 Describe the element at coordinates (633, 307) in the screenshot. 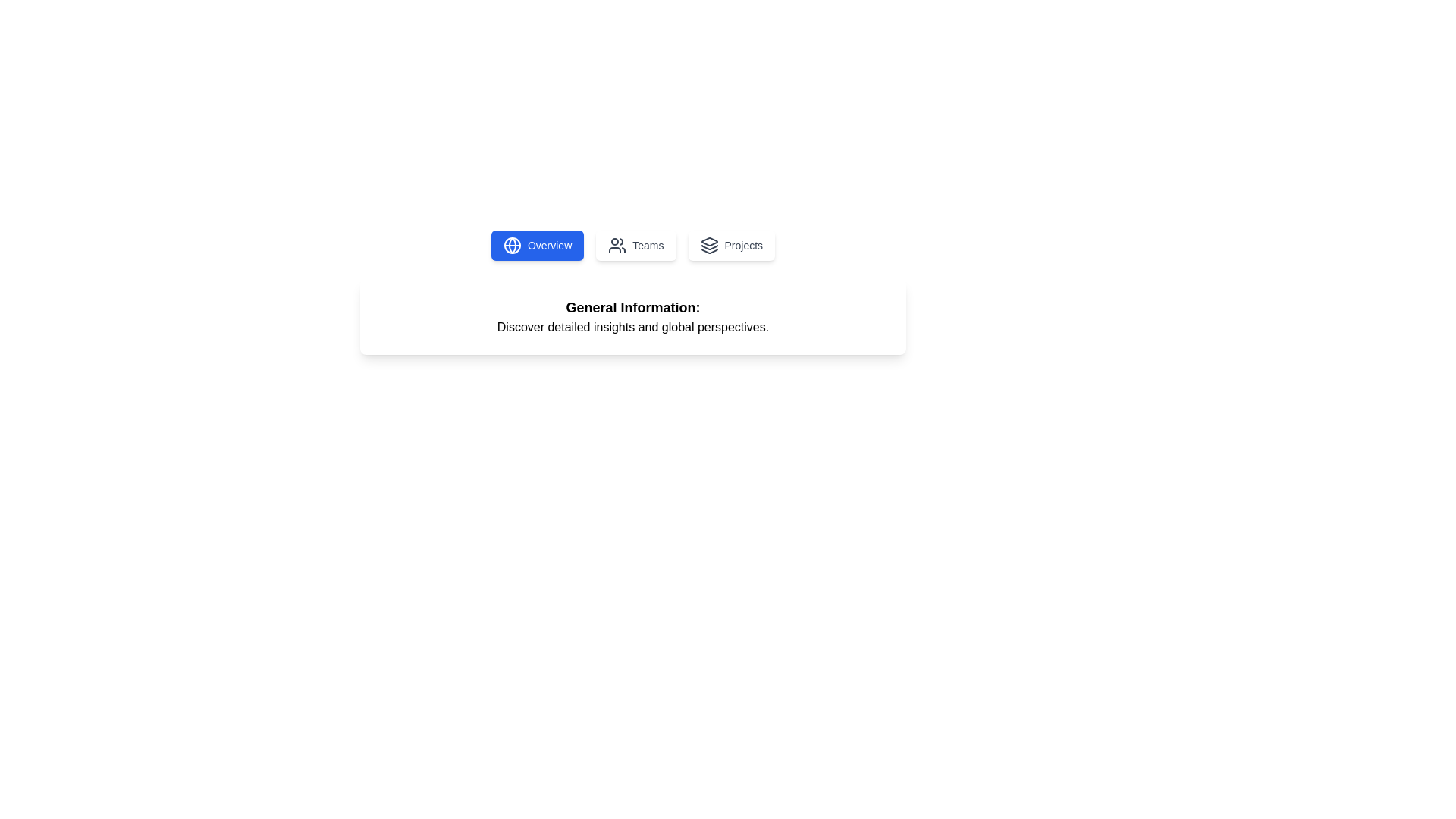

I see `text element that serves as a section heading, located above the text 'Discover detailed insights and global perspectives.'` at that location.